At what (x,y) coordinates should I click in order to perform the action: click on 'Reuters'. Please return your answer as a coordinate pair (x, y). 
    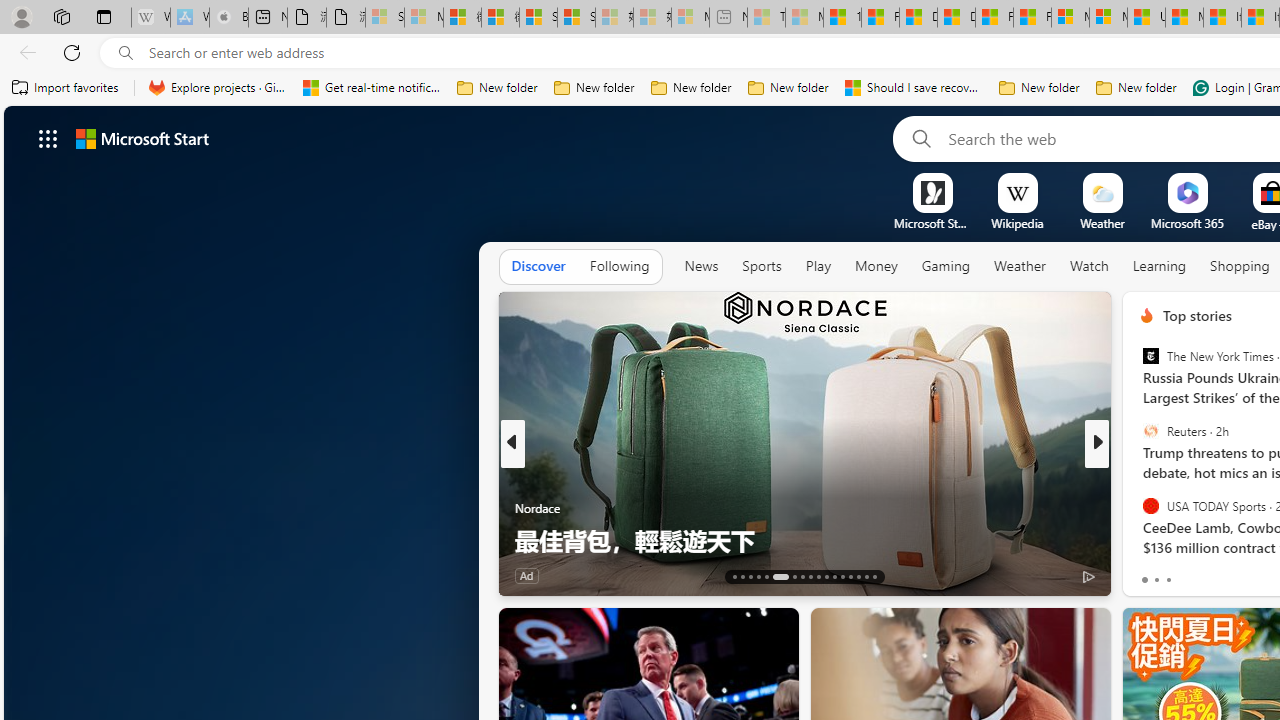
    Looking at the image, I should click on (1150, 430).